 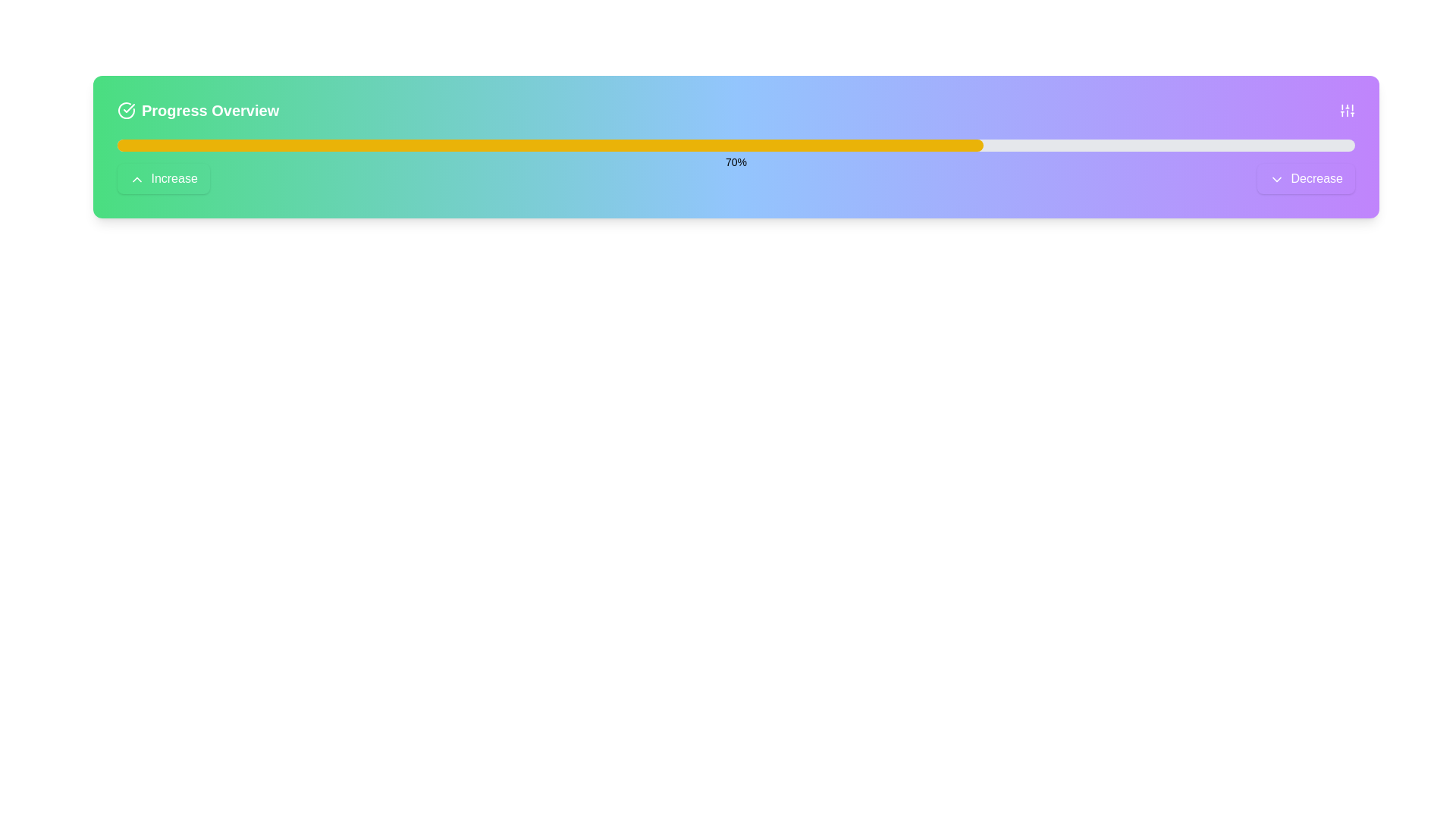 I want to click on the Text Label displaying '70%' that is located directly below the center of the horizontal progress bar, so click(x=736, y=162).